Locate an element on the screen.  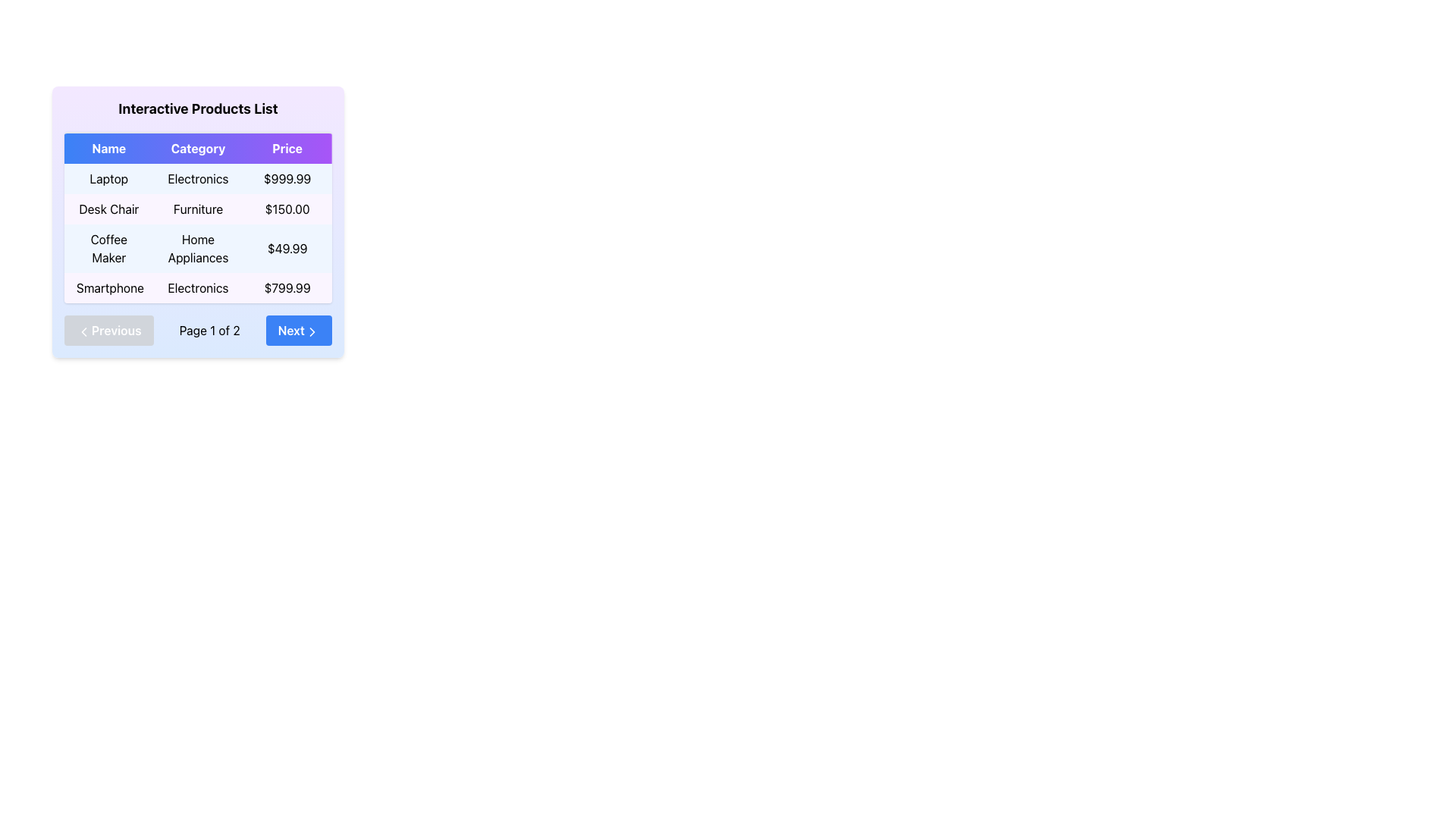
the Text label indicating the category for the 'Smartphone' product, located in the second column of the fourth row of the table is located at coordinates (197, 288).